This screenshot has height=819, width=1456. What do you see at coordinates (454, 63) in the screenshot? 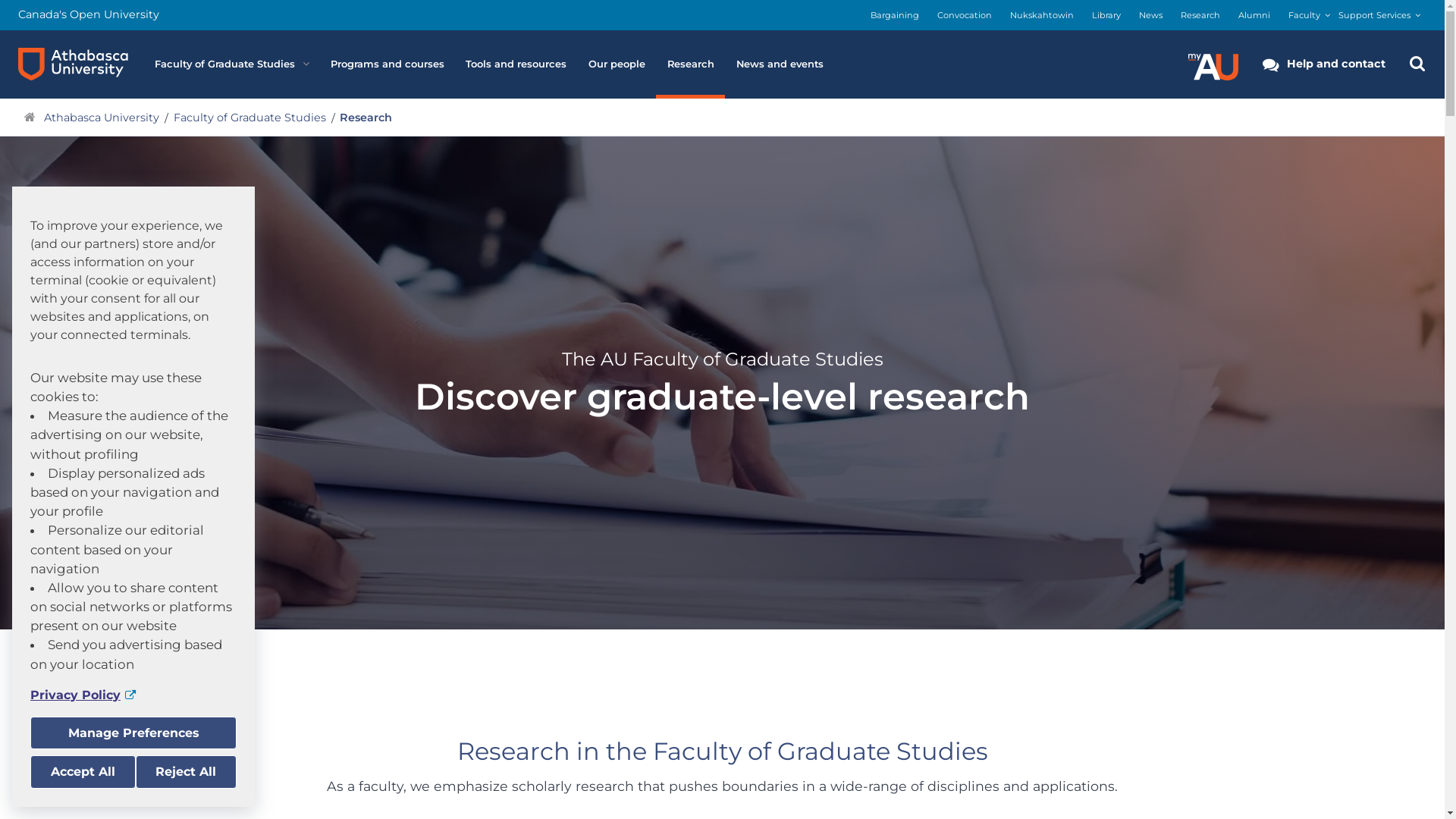
I see `'Tools and resources'` at bounding box center [454, 63].